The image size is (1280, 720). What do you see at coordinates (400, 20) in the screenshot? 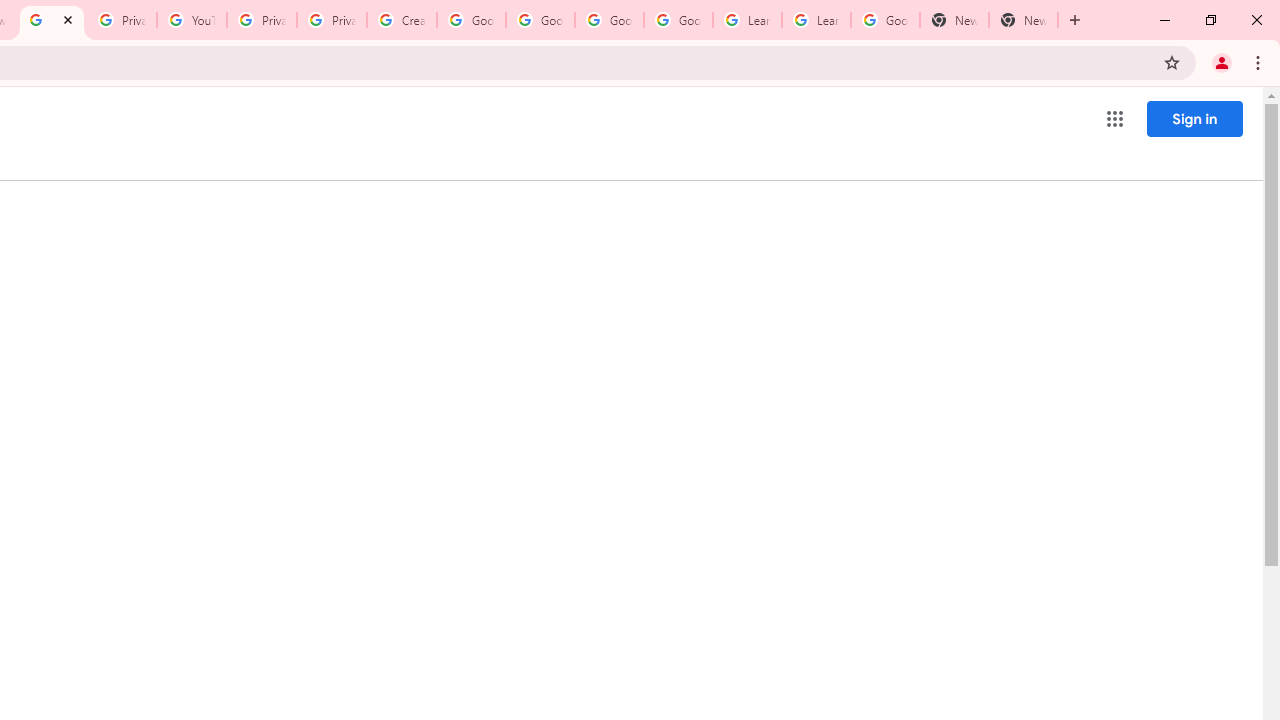
I see `'Create your Google Account'` at bounding box center [400, 20].